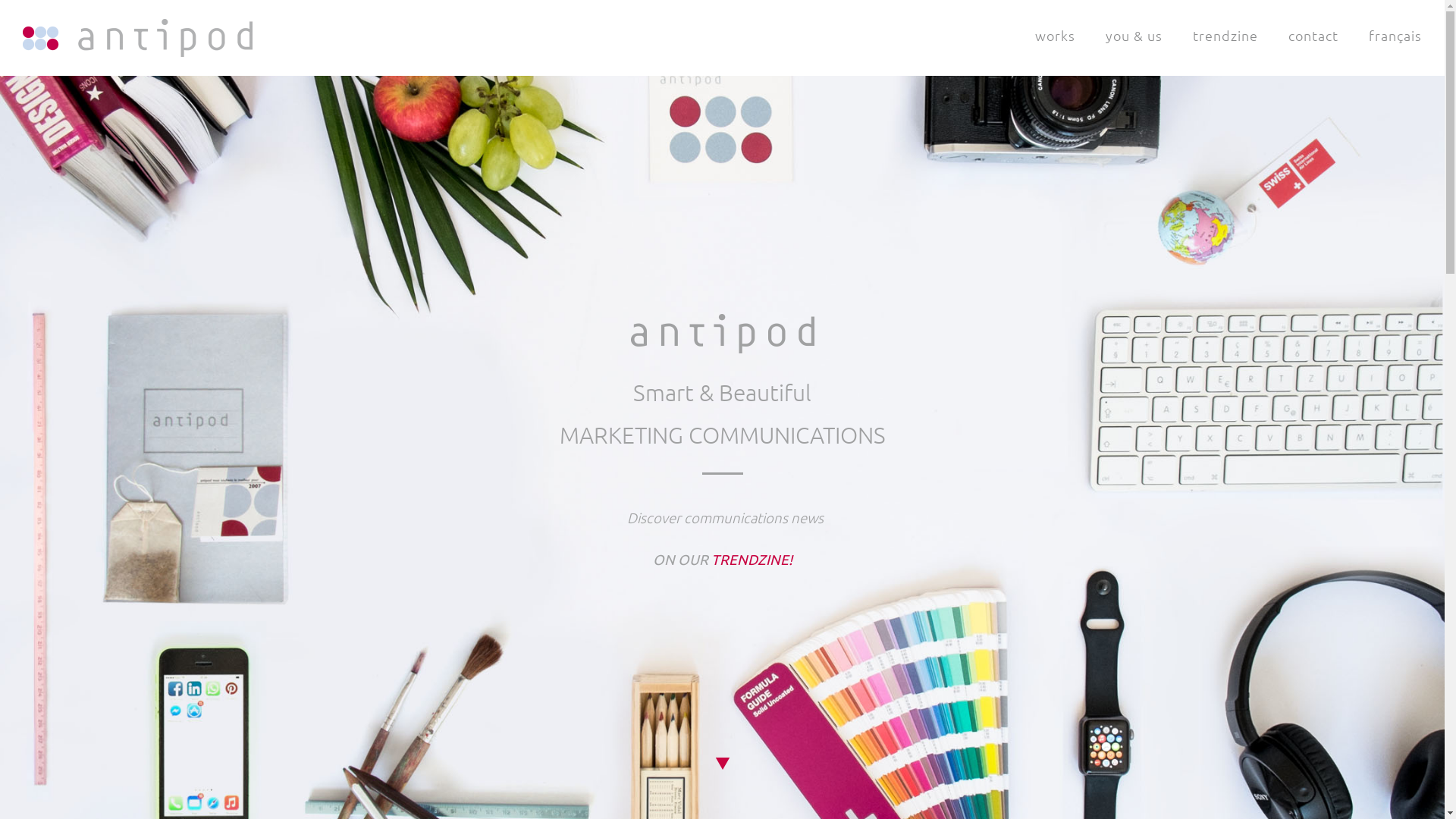  Describe the element at coordinates (1054, 34) in the screenshot. I see `'works'` at that location.